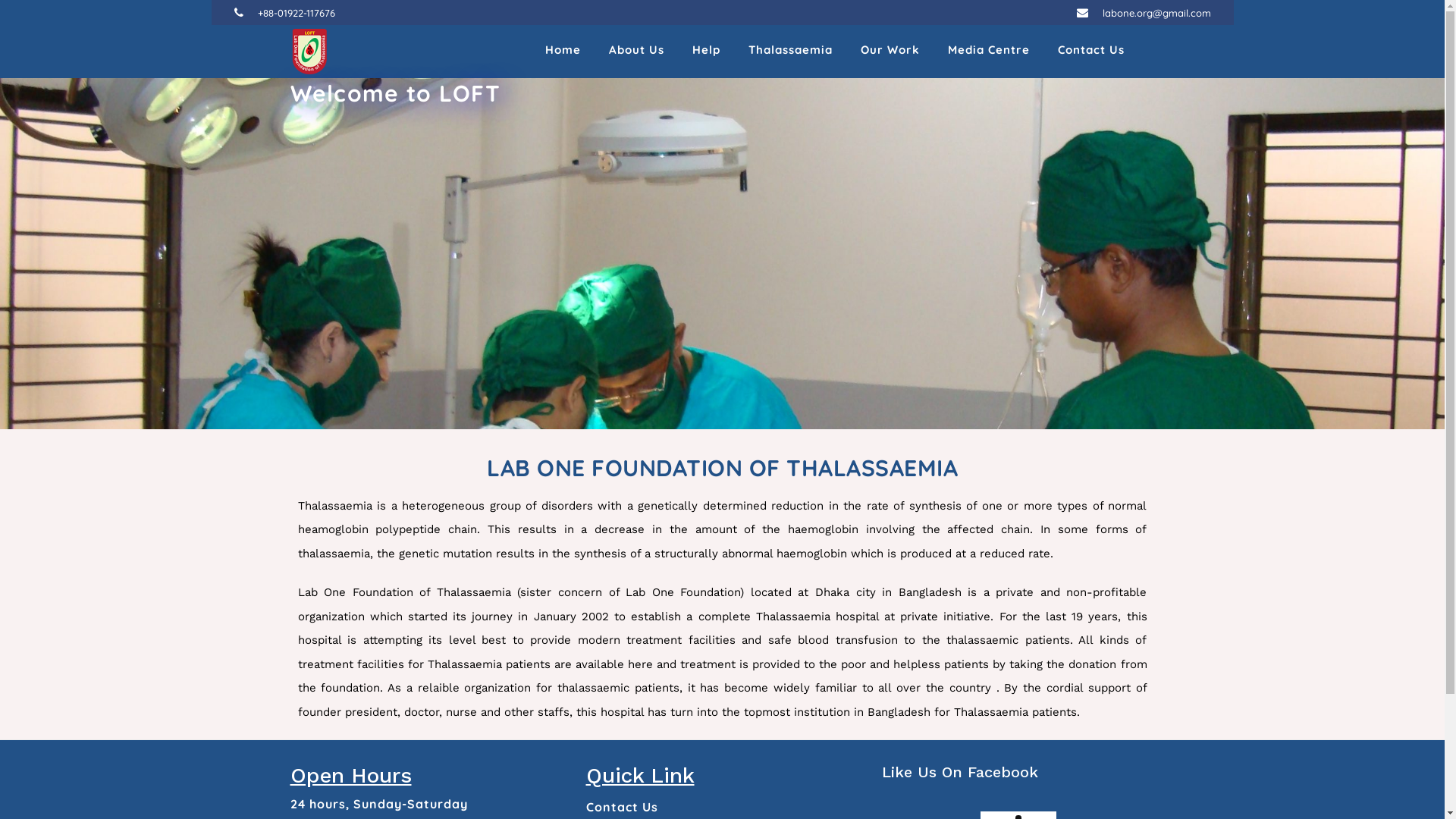 The width and height of the screenshot is (1456, 819). What do you see at coordinates (635, 51) in the screenshot?
I see `'About Us'` at bounding box center [635, 51].